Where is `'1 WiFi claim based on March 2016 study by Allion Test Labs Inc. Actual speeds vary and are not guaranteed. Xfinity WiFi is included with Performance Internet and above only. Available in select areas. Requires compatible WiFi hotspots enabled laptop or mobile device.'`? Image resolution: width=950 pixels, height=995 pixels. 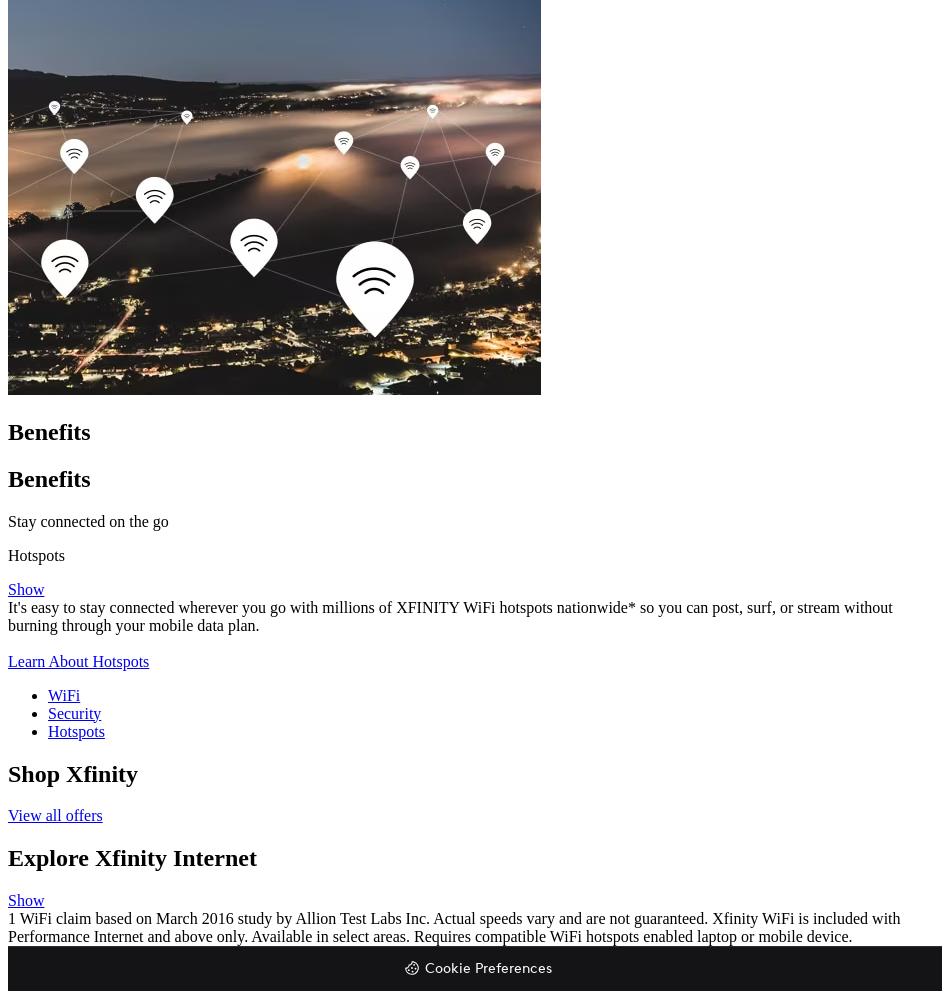
'1 WiFi claim based on March 2016 study by Allion Test Labs Inc. Actual speeds vary and are not guaranteed. Xfinity WiFi is included with Performance Internet and above only. Available in select areas. Requires compatible WiFi hotspots enabled laptop or mobile device.' is located at coordinates (453, 927).